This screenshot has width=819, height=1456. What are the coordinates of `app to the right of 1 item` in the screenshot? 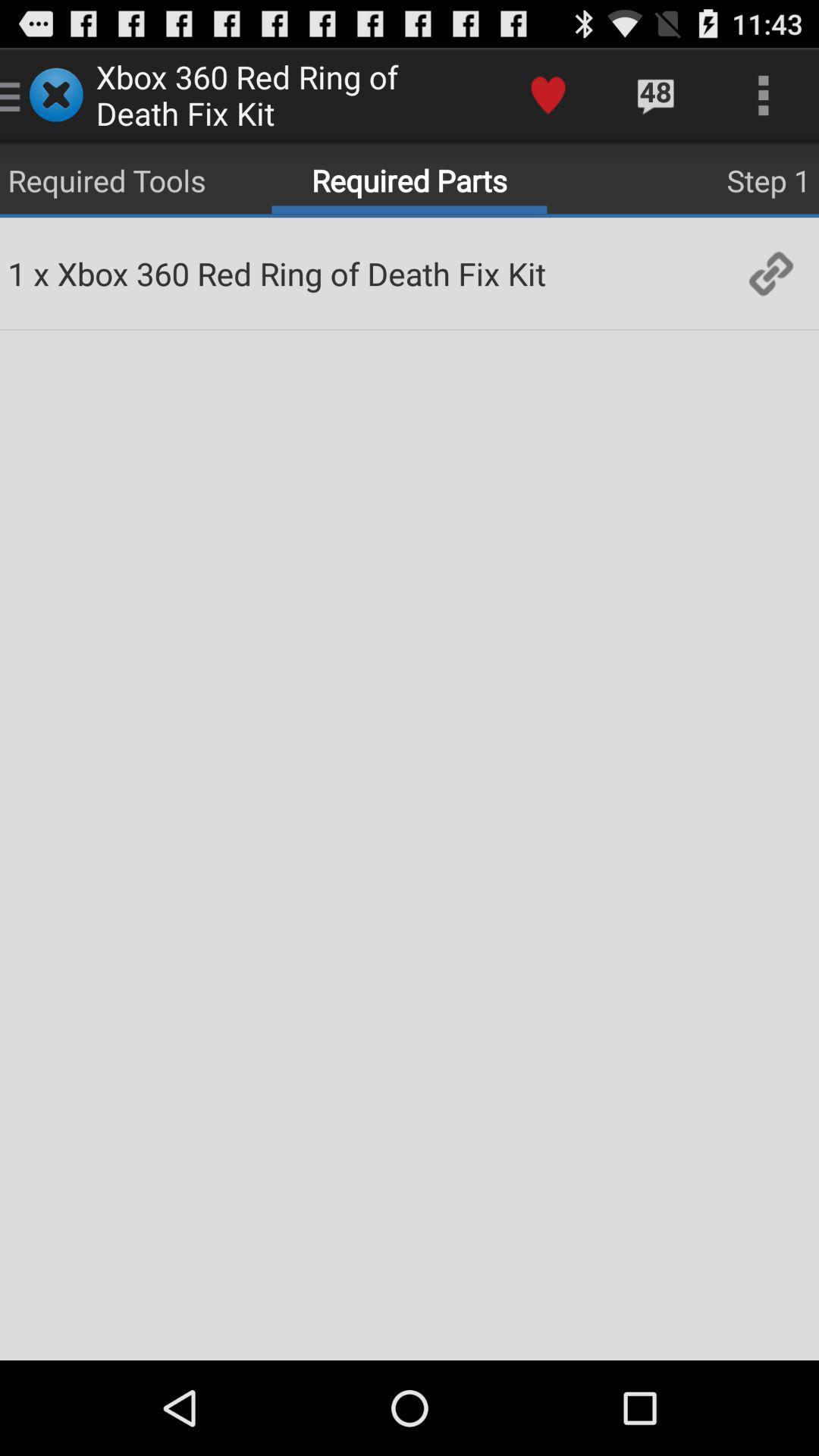 It's located at (40, 273).